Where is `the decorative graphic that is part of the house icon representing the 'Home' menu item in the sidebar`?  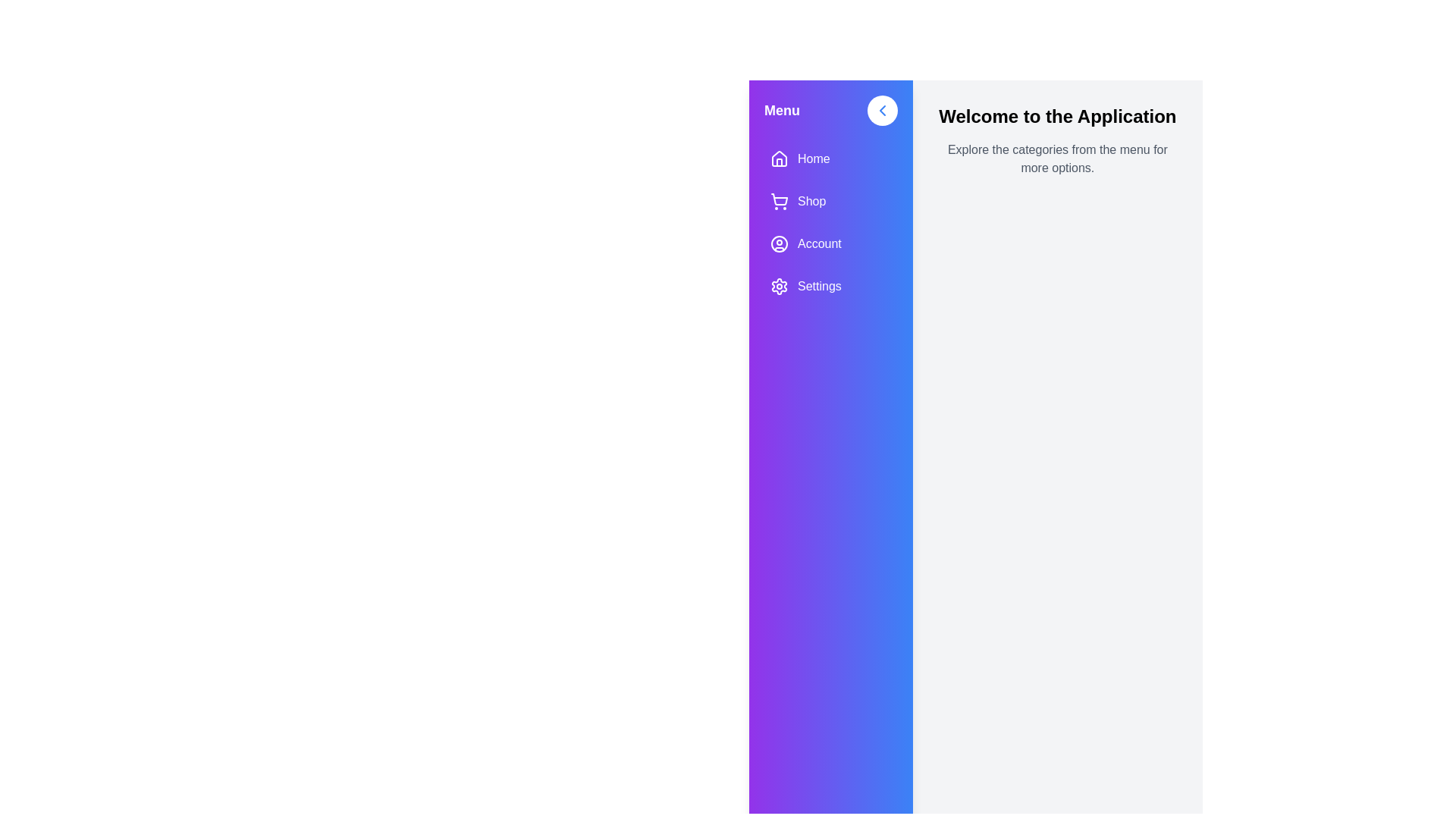 the decorative graphic that is part of the house icon representing the 'Home' menu item in the sidebar is located at coordinates (779, 162).